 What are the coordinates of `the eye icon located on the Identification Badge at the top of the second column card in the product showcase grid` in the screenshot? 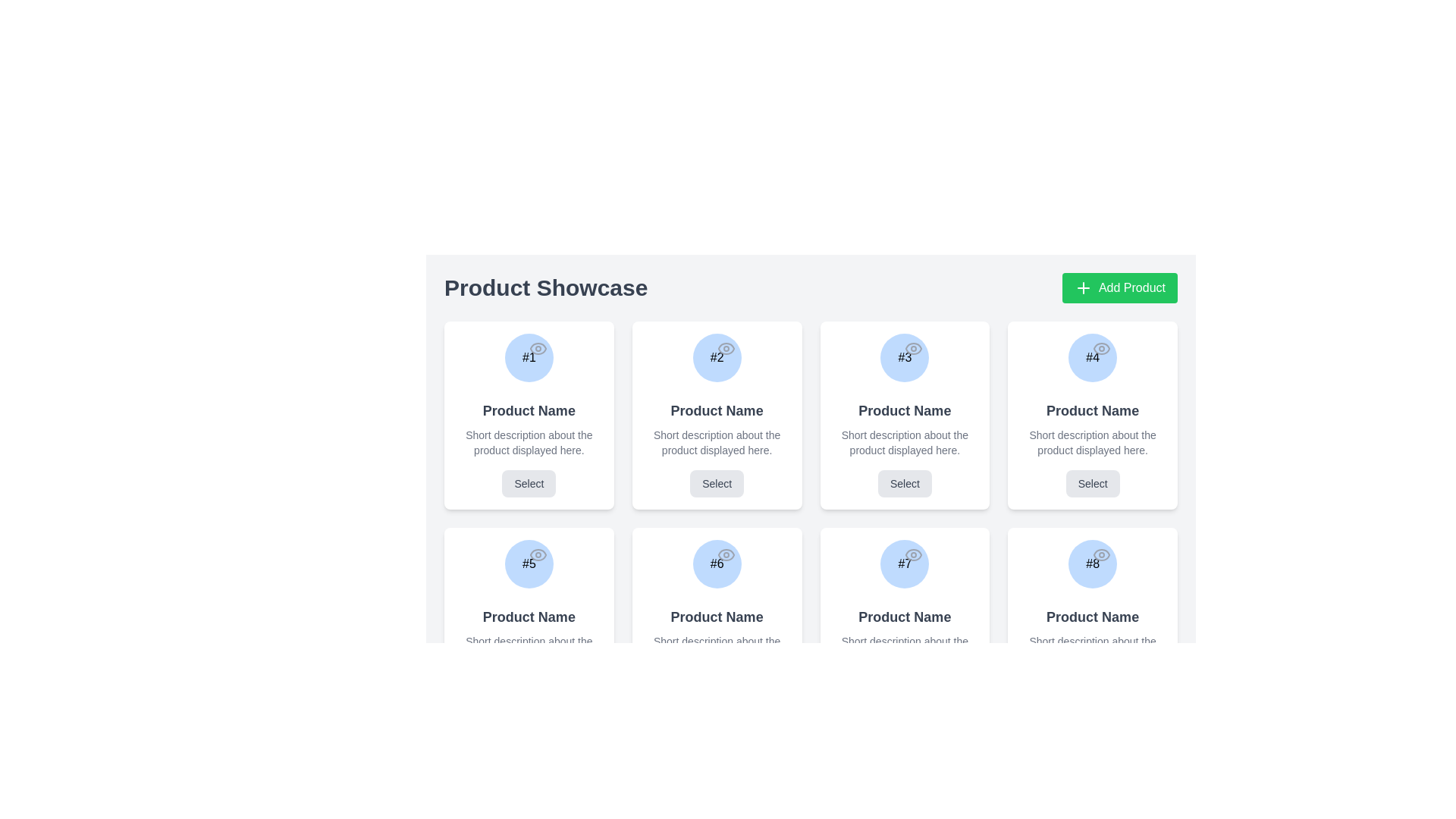 It's located at (716, 357).